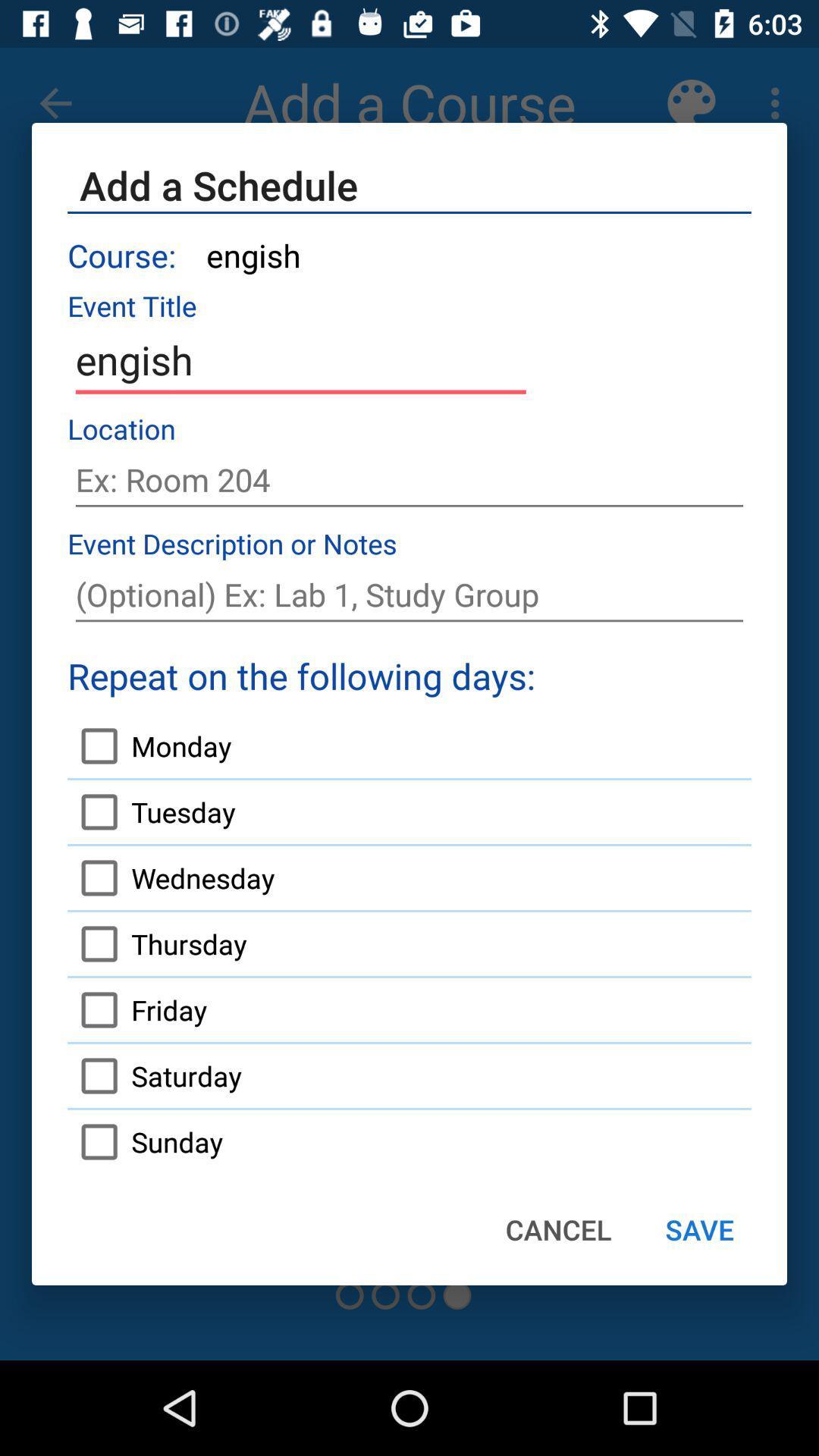 The image size is (819, 1456). I want to click on optional event description or notes, so click(409, 594).